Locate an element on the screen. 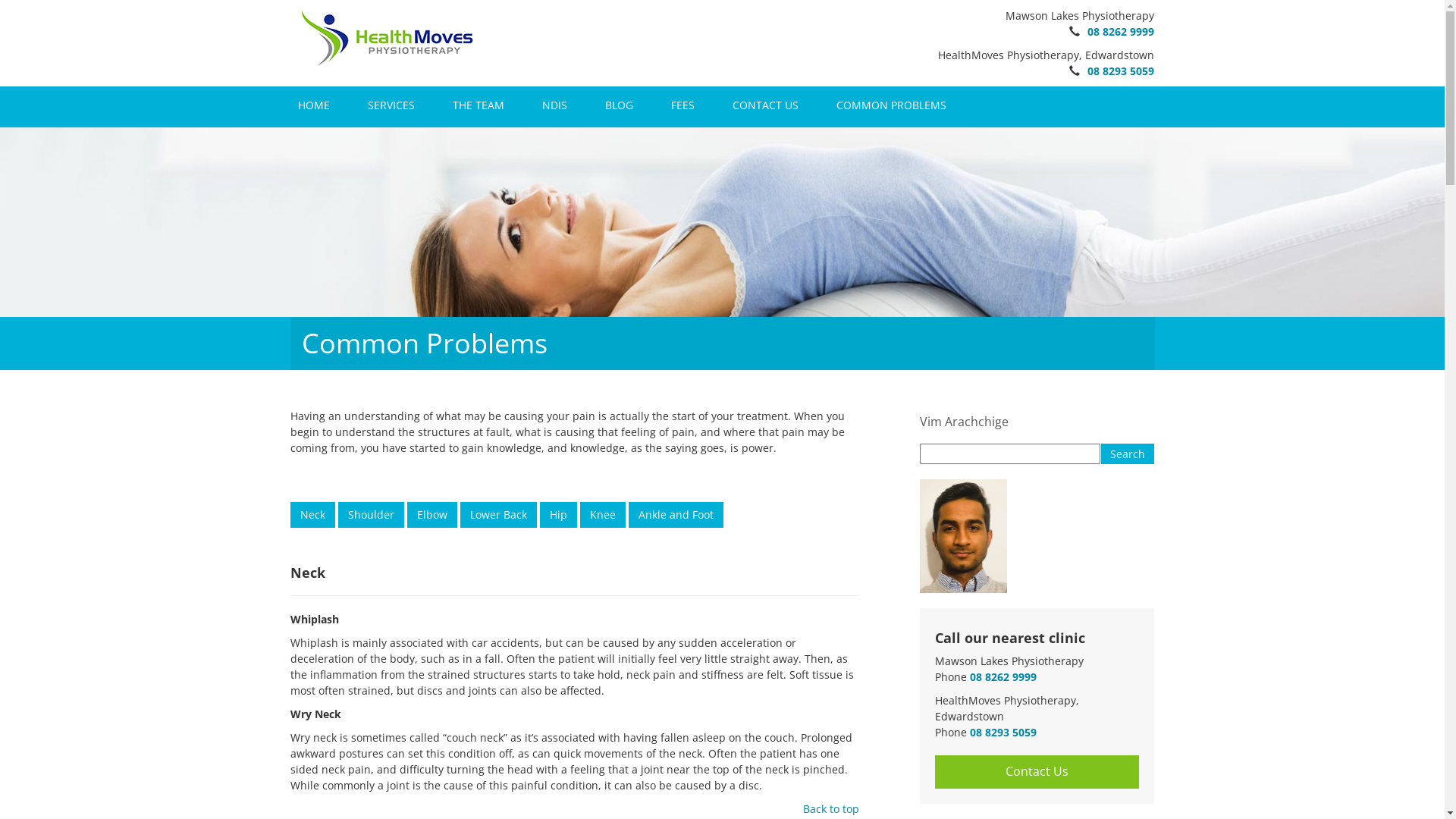  'Elbow' is located at coordinates (431, 505).